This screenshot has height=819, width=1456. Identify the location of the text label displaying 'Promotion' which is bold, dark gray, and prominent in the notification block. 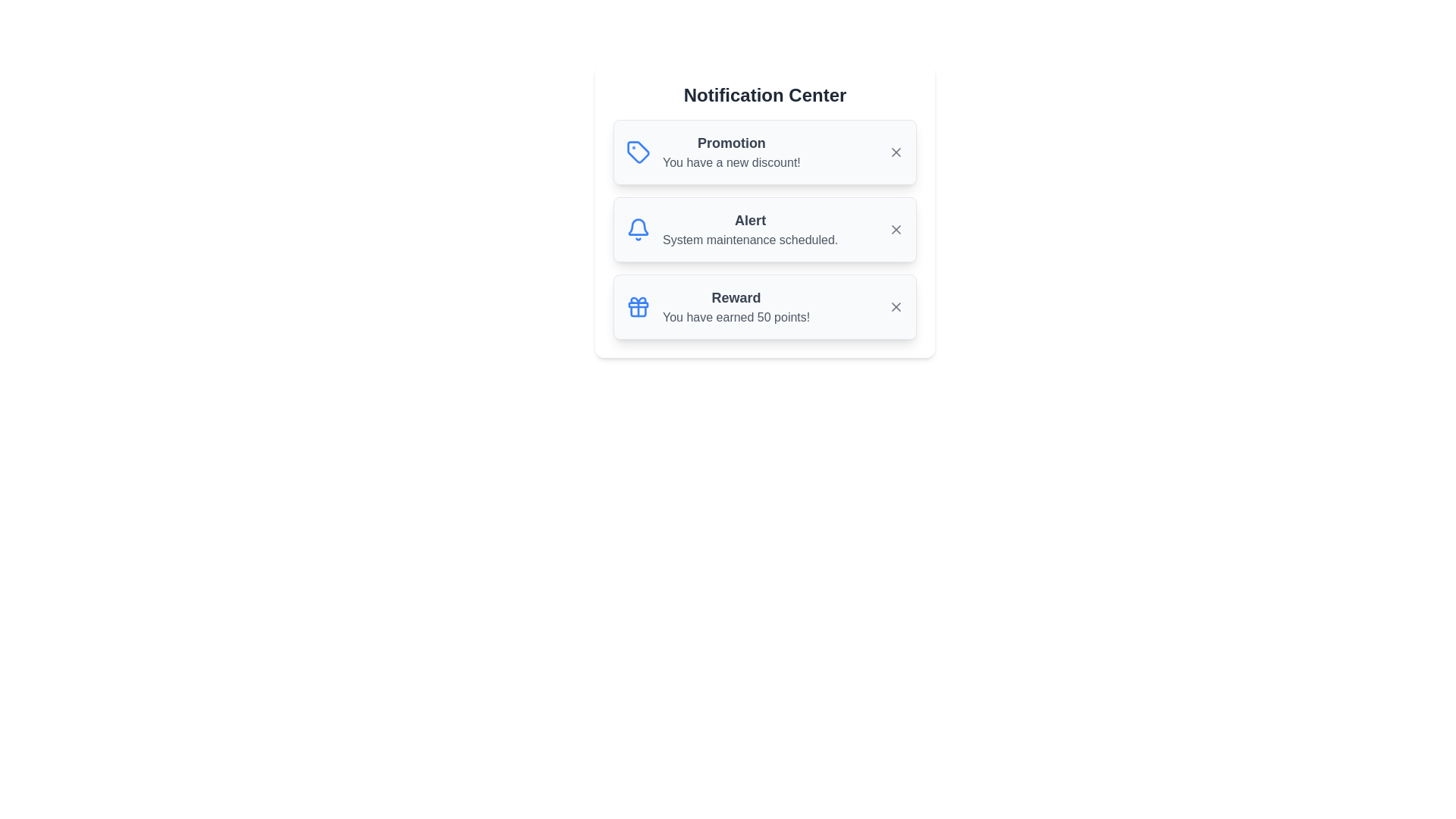
(731, 143).